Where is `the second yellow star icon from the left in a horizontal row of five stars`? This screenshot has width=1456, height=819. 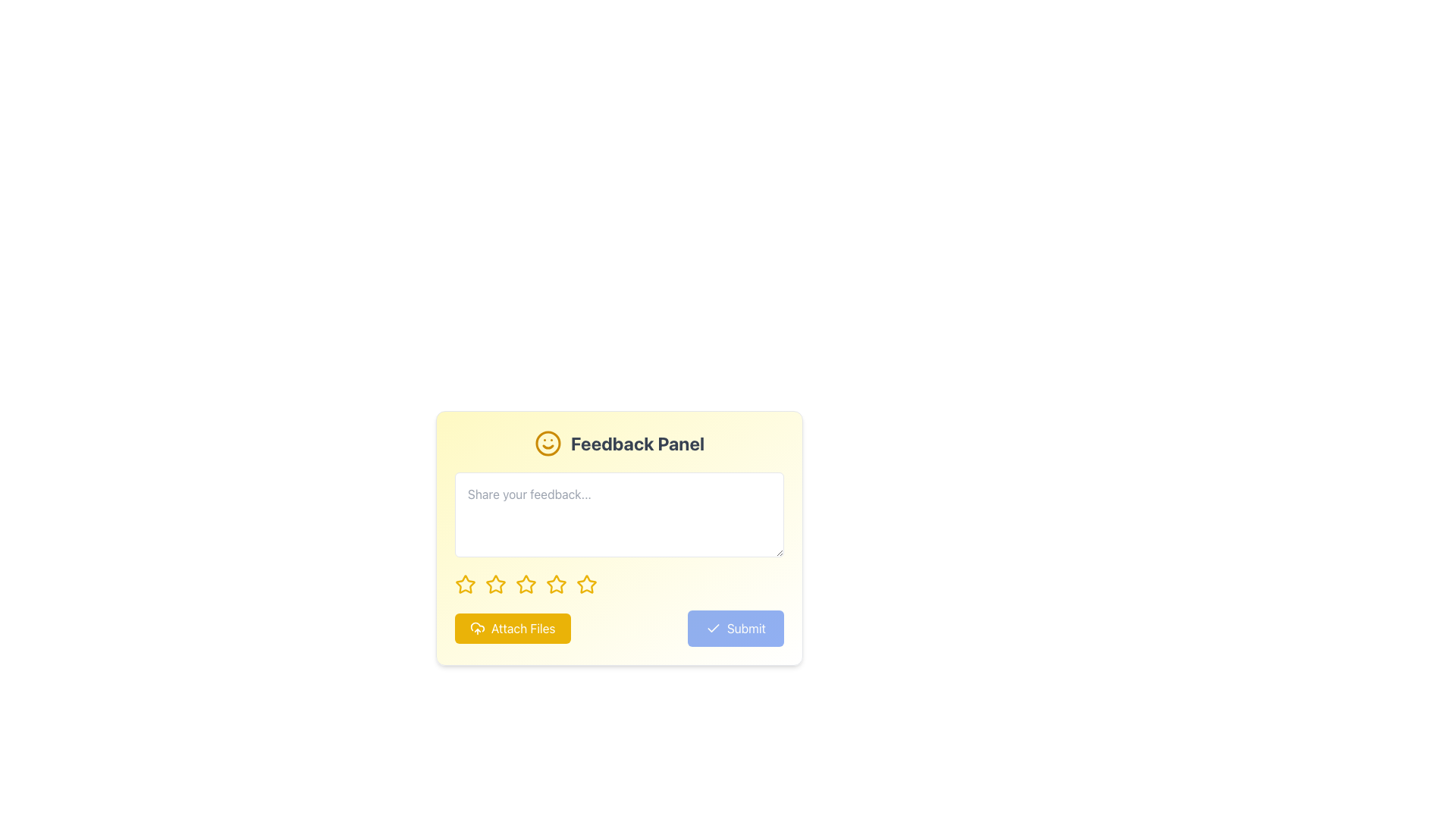
the second yellow star icon from the left in a horizontal row of five stars is located at coordinates (494, 583).